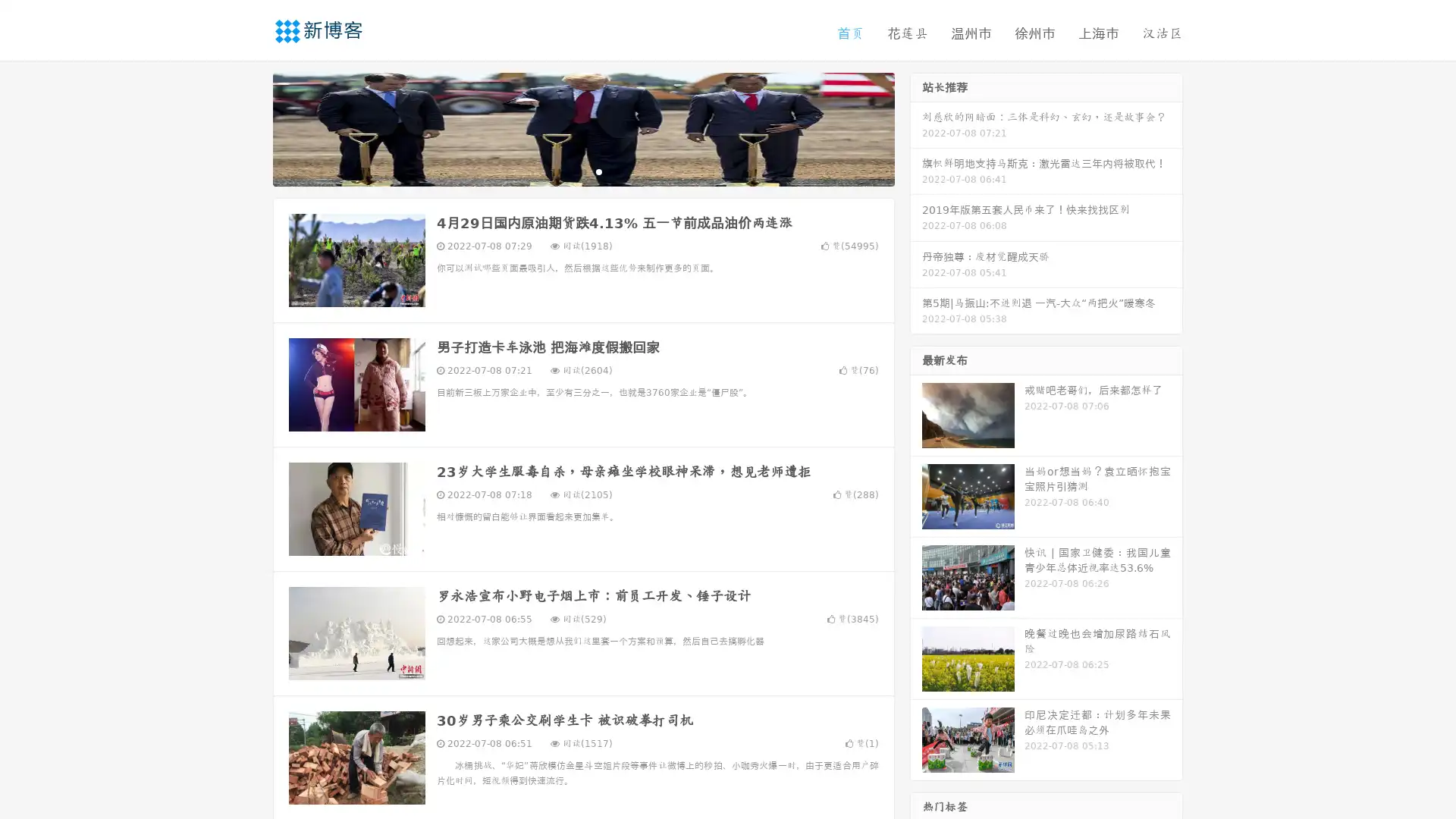 Image resolution: width=1456 pixels, height=819 pixels. What do you see at coordinates (598, 171) in the screenshot?
I see `Go to slide 3` at bounding box center [598, 171].